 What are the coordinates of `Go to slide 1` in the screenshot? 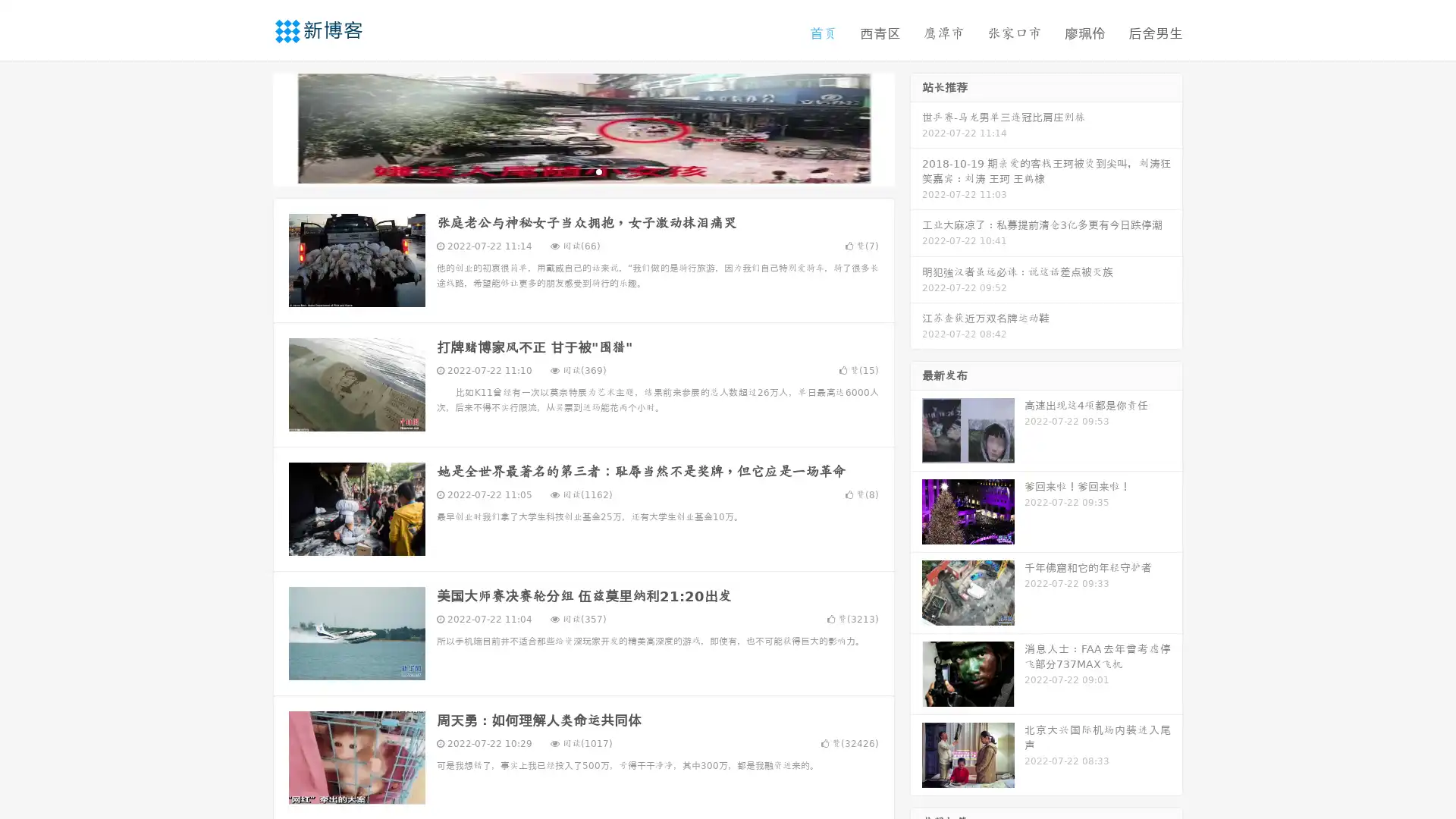 It's located at (567, 171).